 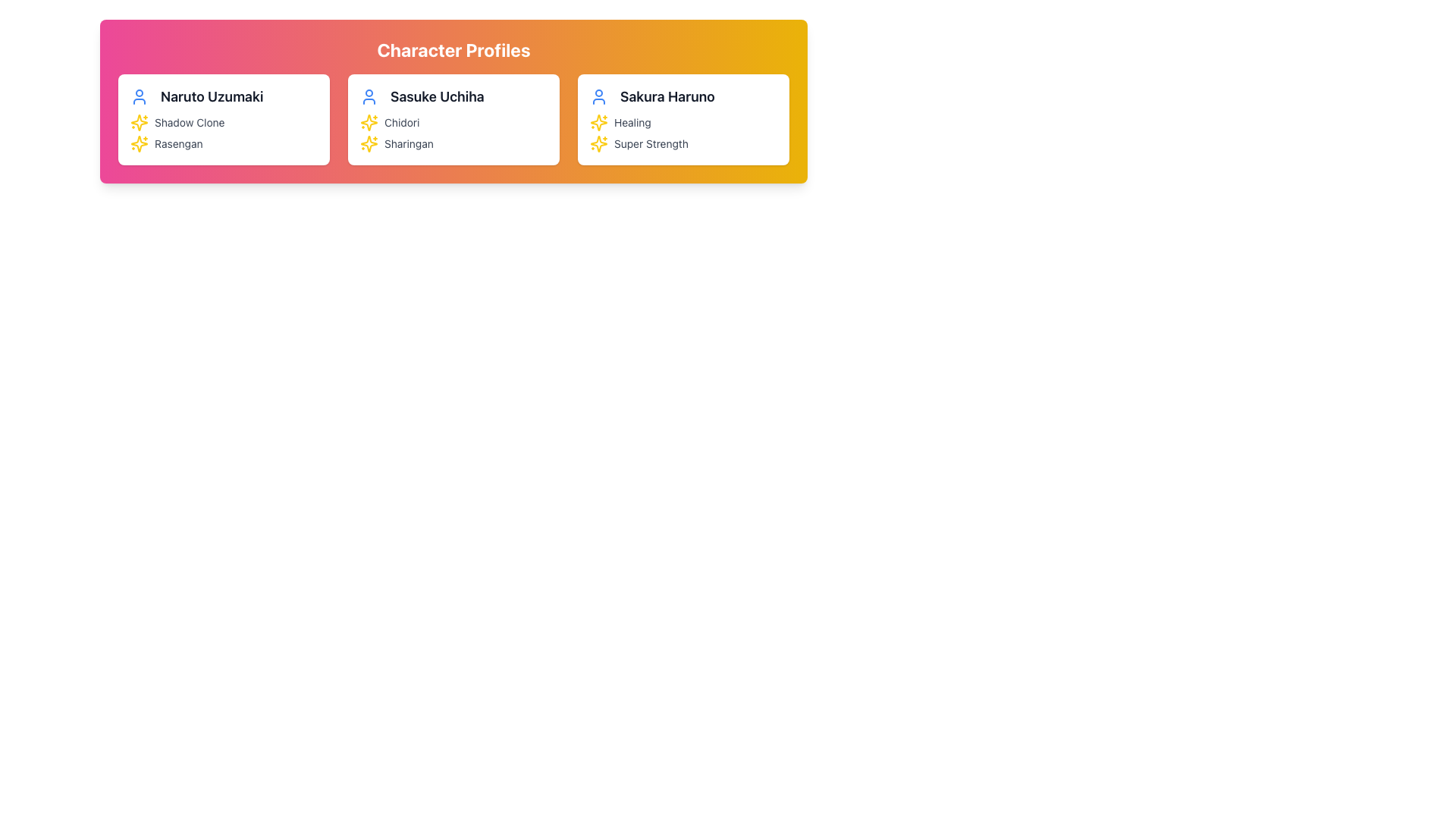 What do you see at coordinates (211, 96) in the screenshot?
I see `the text field displaying 'Naruto Uzumaki' in bold dark gray font, located within the character profiles section` at bounding box center [211, 96].